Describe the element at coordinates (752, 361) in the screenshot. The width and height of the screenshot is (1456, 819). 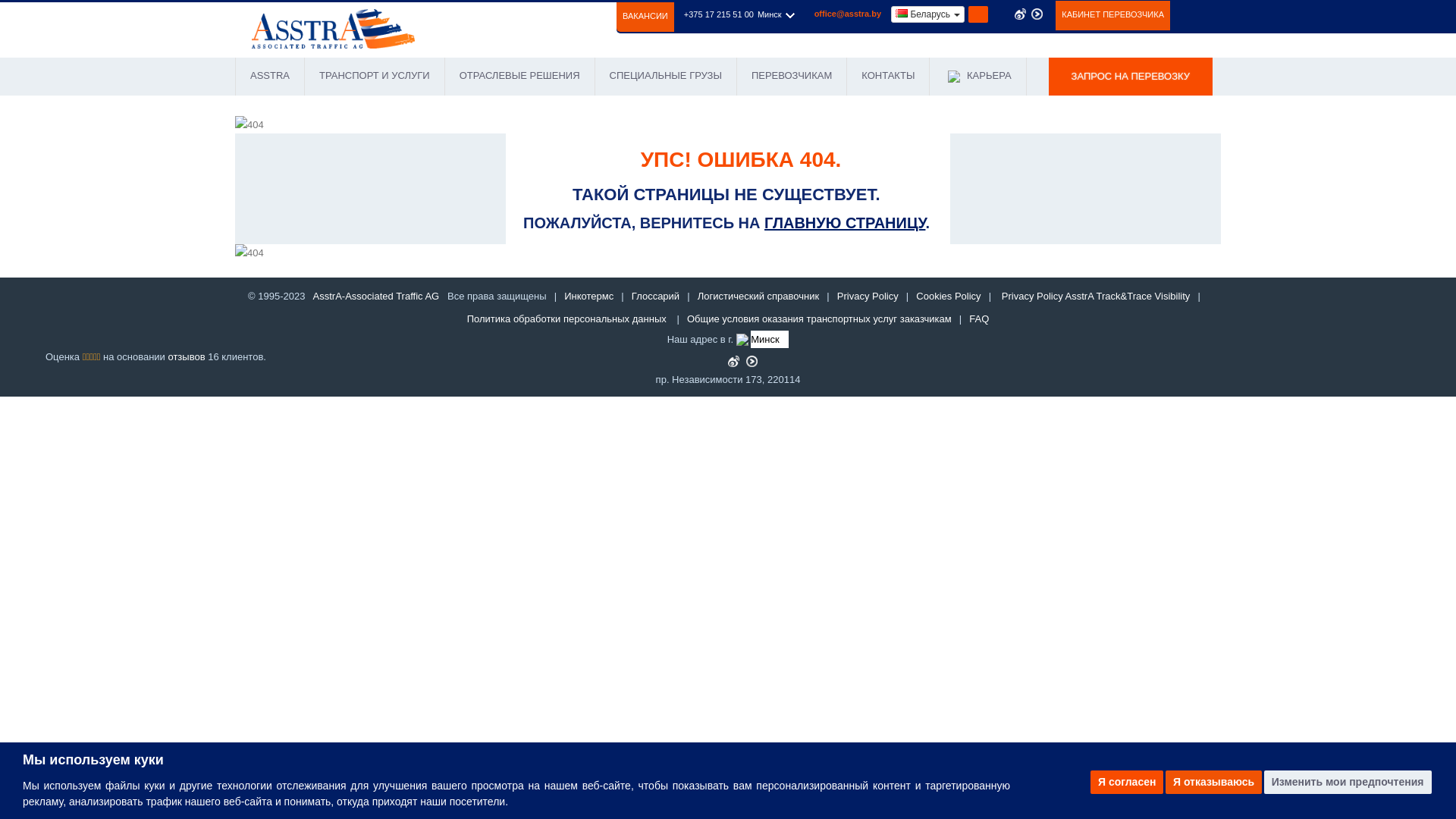
I see `'Youku'` at that location.